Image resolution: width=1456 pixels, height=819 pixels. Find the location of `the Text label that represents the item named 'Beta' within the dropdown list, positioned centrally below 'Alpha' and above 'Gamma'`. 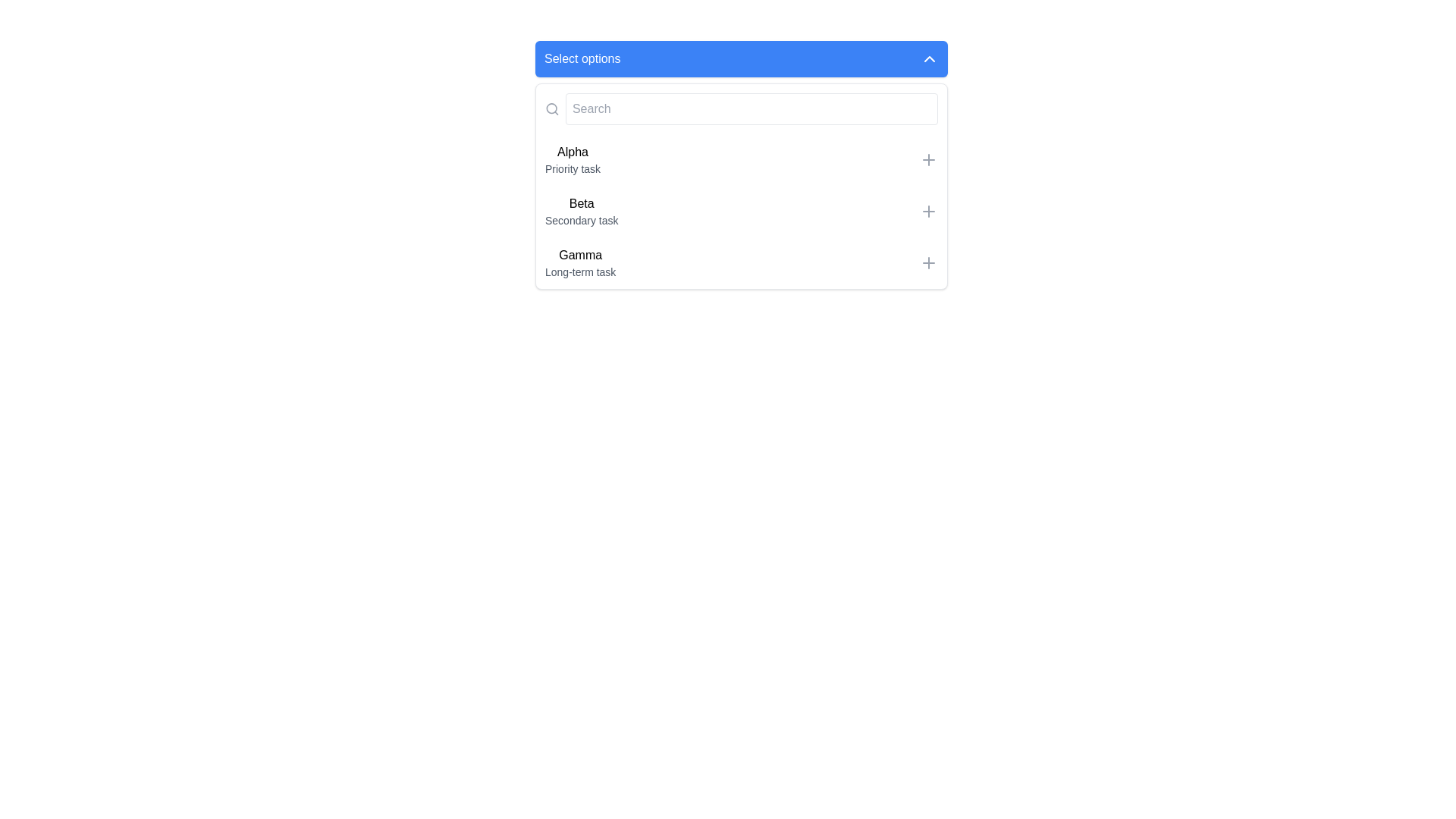

the Text label that represents the item named 'Beta' within the dropdown list, positioned centrally below 'Alpha' and above 'Gamma' is located at coordinates (581, 203).